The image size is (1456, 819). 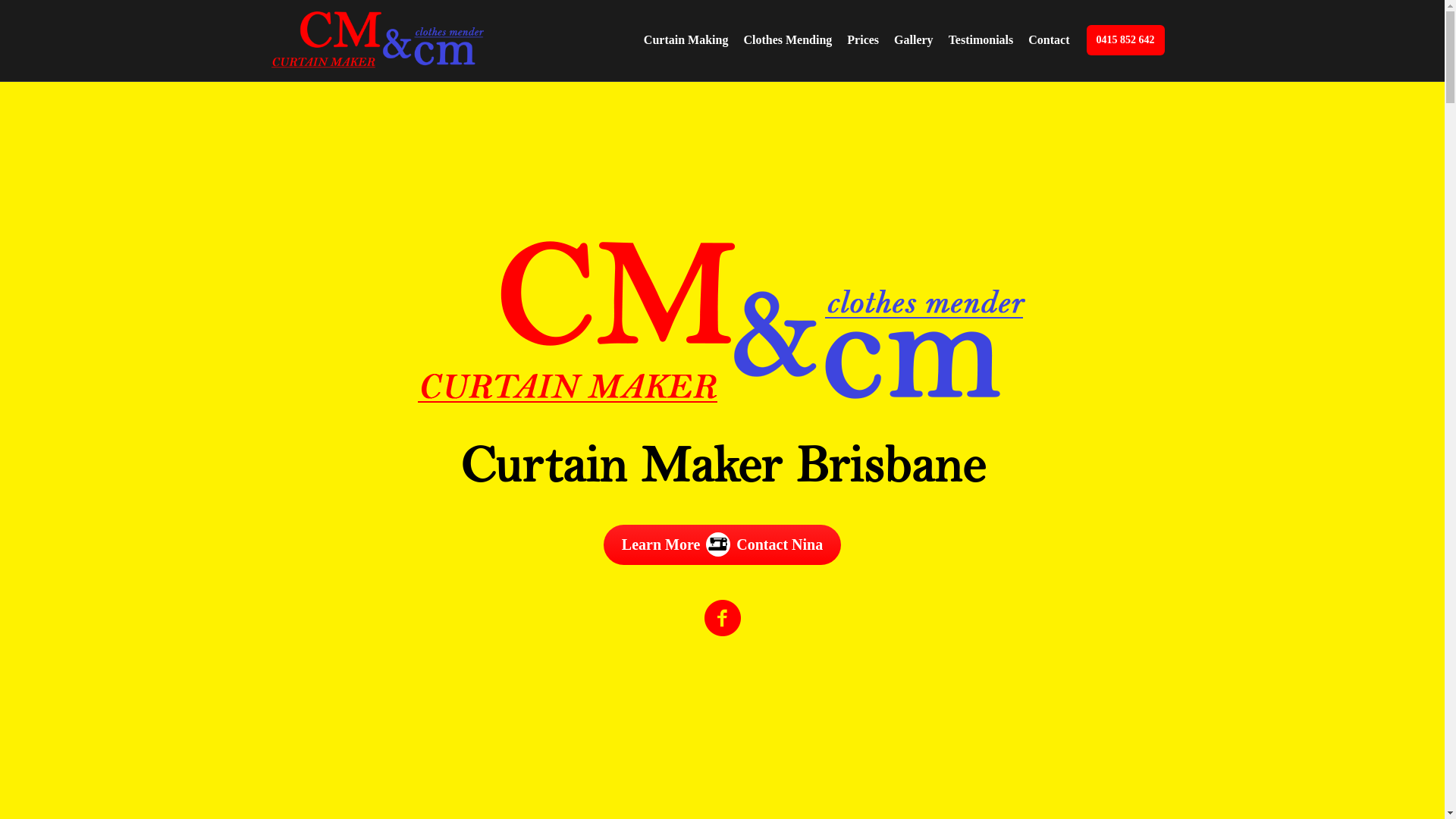 I want to click on '0415 852 642', so click(x=1125, y=39).